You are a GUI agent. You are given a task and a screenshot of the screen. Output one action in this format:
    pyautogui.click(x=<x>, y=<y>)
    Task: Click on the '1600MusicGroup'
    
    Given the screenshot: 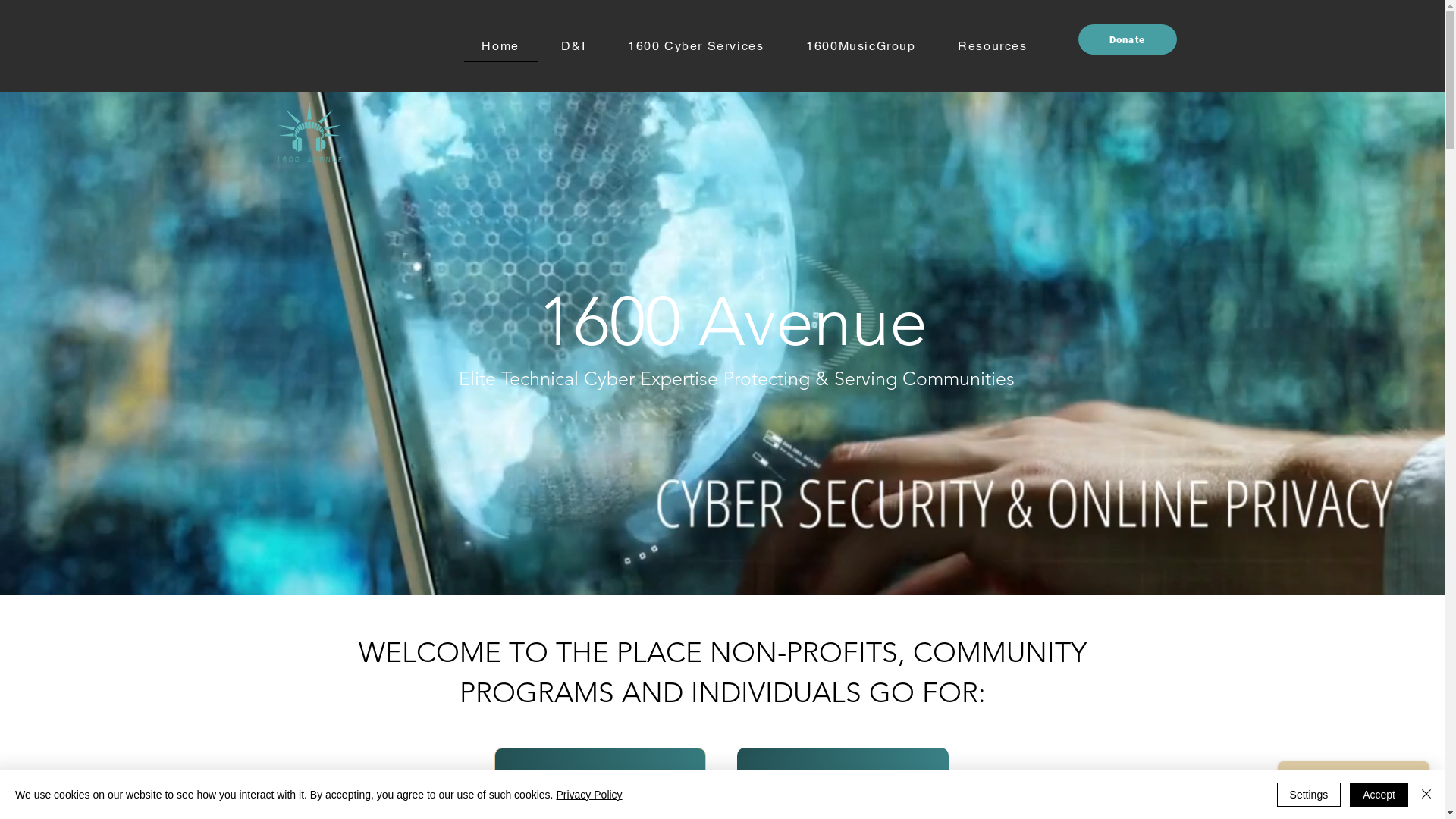 What is the action you would take?
    pyautogui.click(x=860, y=45)
    